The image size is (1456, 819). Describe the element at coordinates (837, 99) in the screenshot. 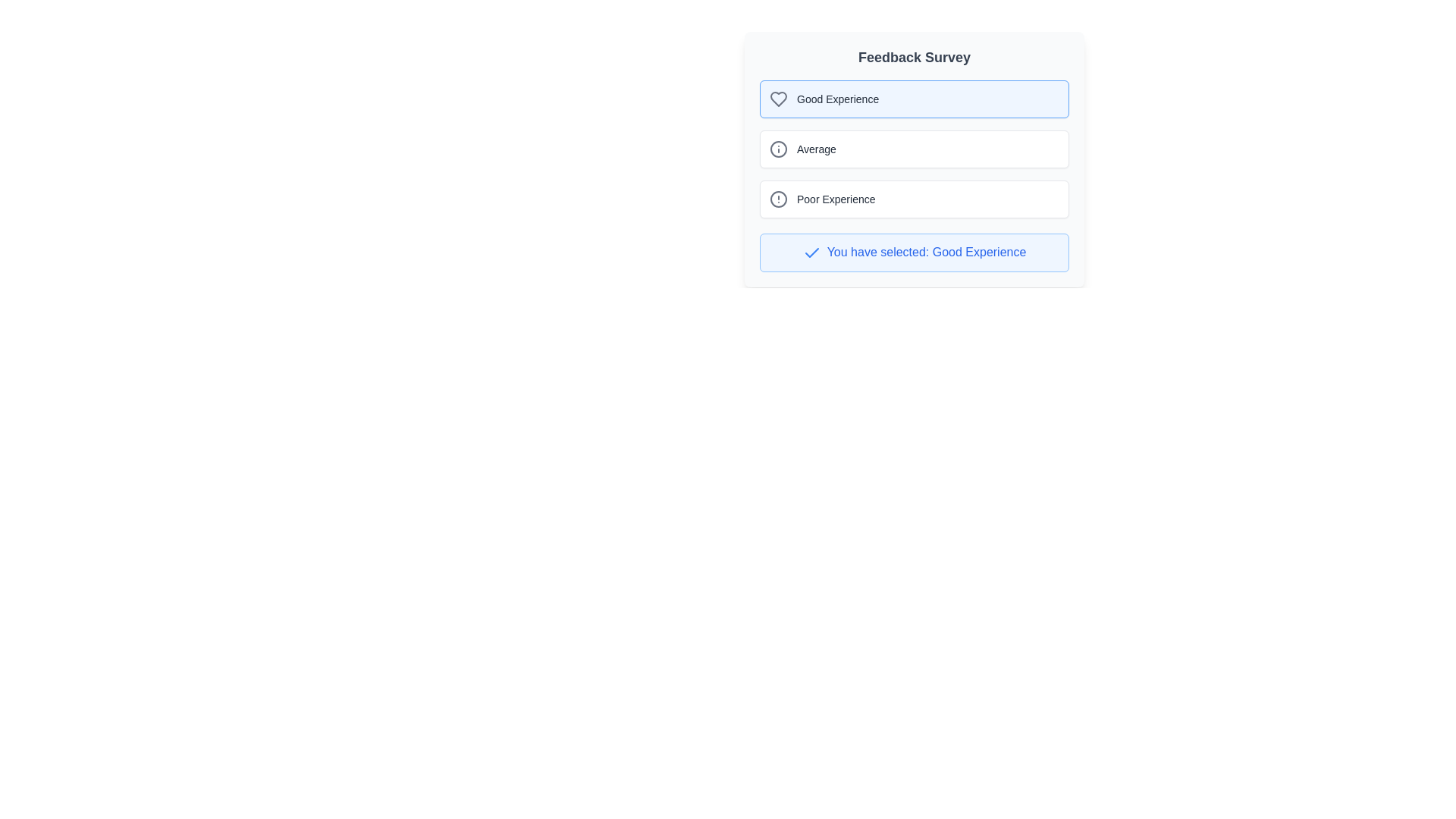

I see `the text label reading 'Good Experience' which is part of a feedback survey form, located to the right of a heart-shaped icon` at that location.